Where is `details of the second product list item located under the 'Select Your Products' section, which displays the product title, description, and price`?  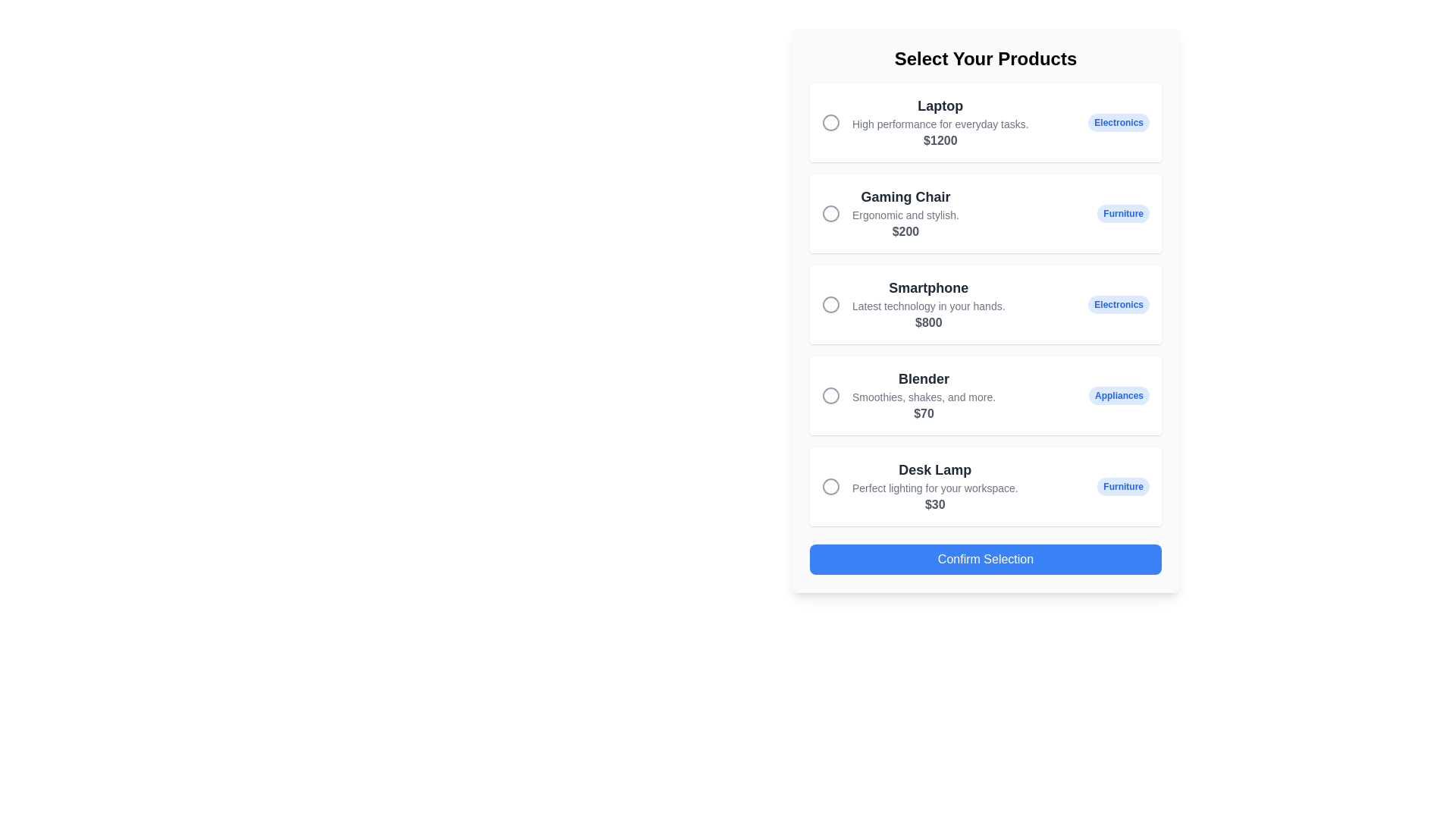
details of the second product list item located under the 'Select Your Products' section, which displays the product title, description, and price is located at coordinates (890, 213).